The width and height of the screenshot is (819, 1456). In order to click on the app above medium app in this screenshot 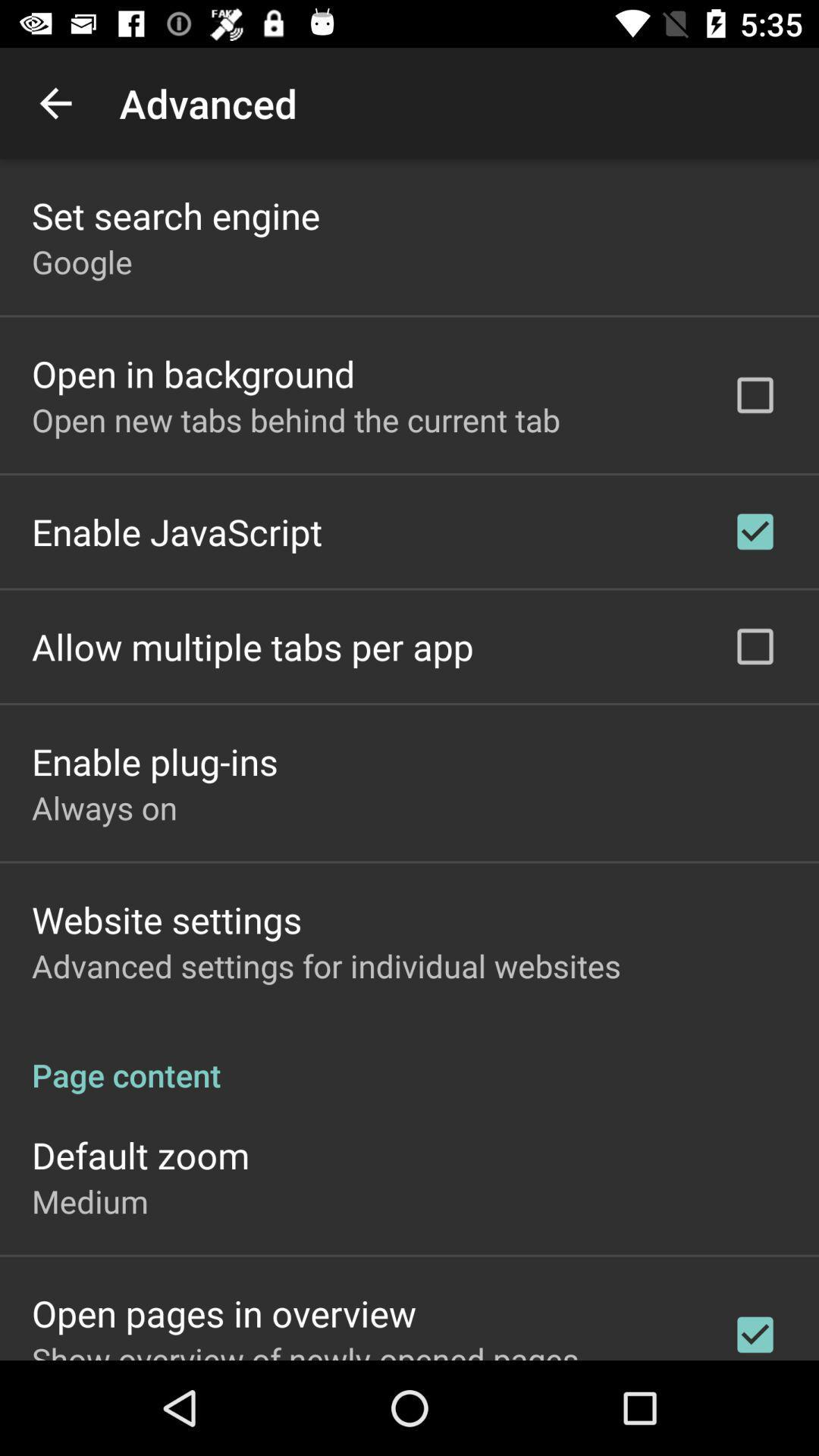, I will do `click(140, 1154)`.